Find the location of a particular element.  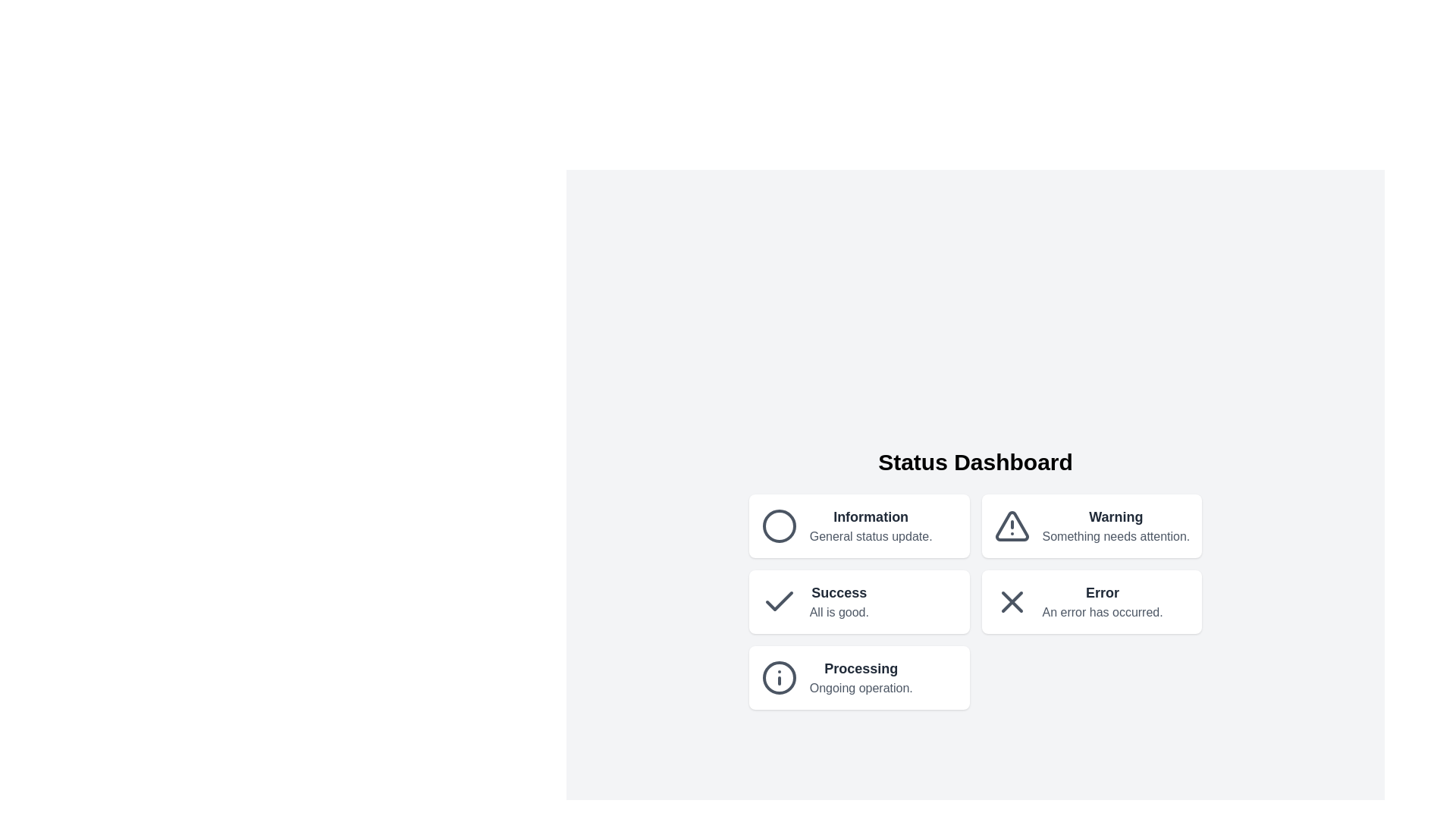

the warning state card that indicates a system issue, located in the upper-right section of the grid layout is located at coordinates (1092, 526).